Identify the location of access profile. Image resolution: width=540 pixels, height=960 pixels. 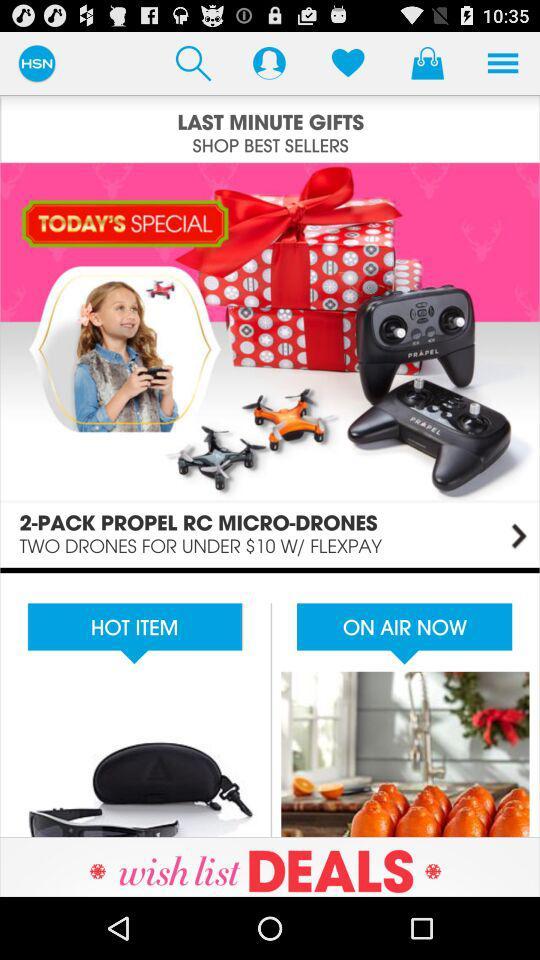
(269, 62).